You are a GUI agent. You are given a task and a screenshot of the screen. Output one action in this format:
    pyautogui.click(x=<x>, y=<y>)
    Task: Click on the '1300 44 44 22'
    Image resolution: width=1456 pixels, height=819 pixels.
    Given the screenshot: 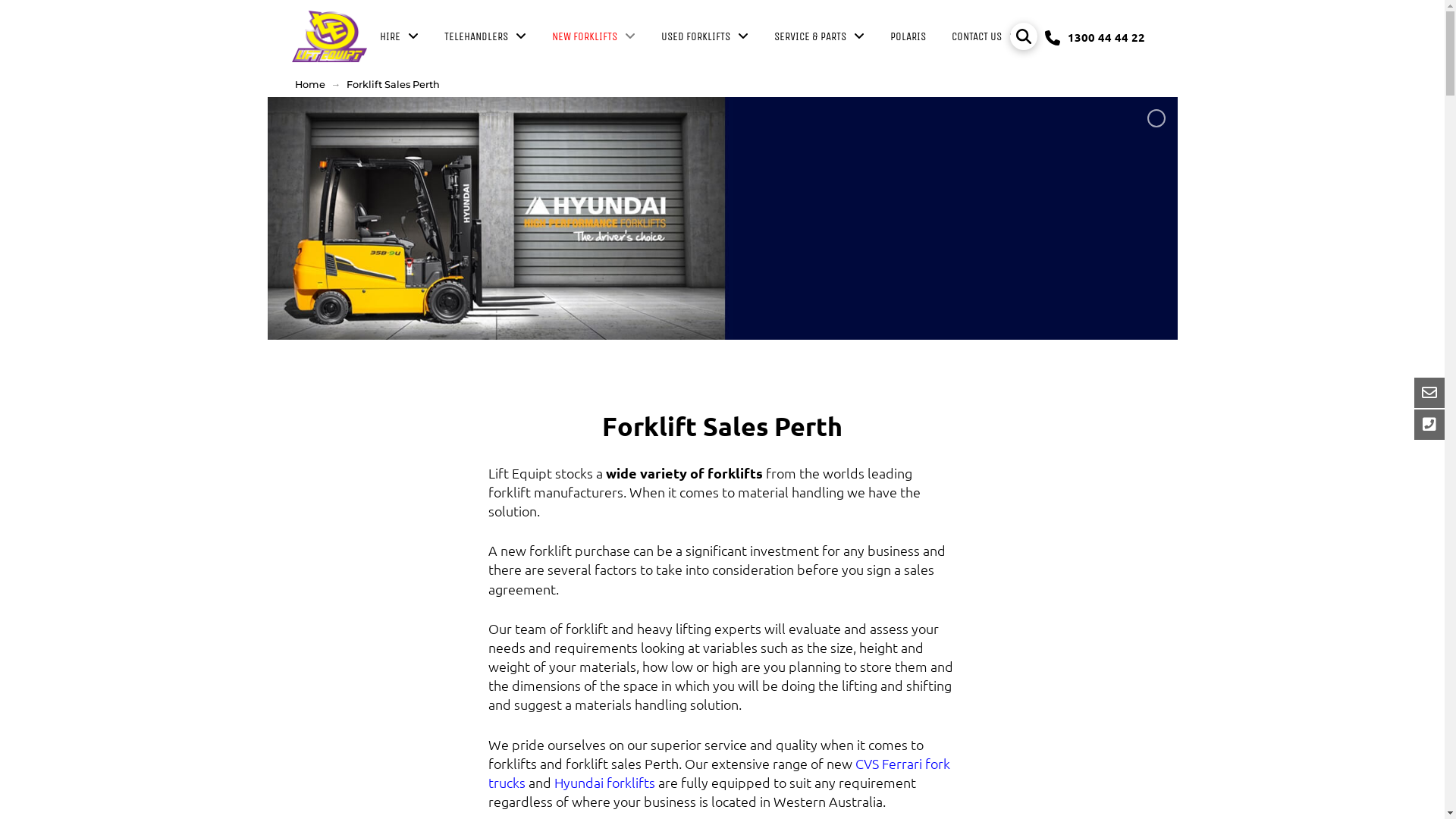 What is the action you would take?
    pyautogui.click(x=1095, y=35)
    